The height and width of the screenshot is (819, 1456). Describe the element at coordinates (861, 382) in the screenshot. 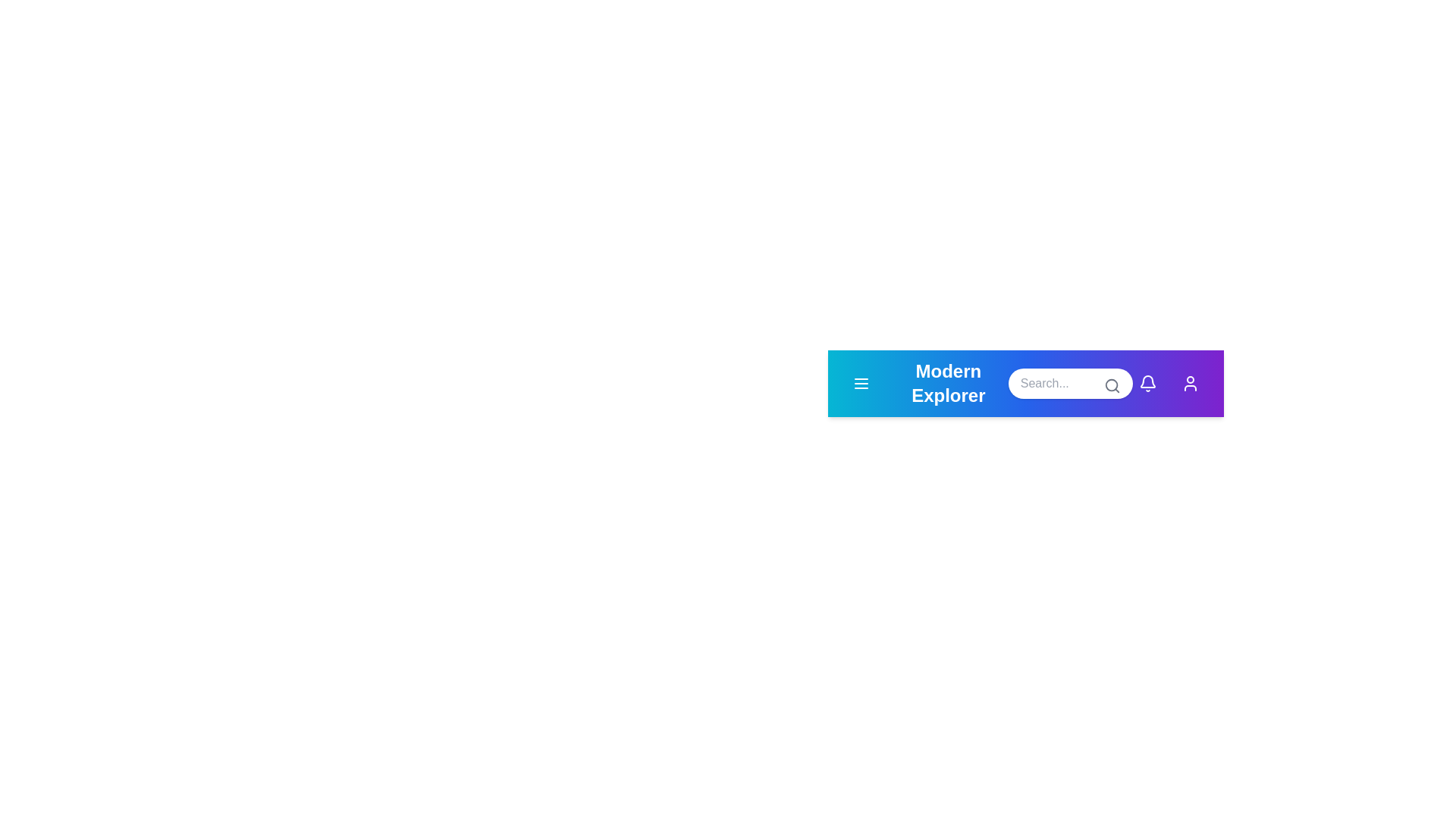

I see `the menu icon to open the side menu or navigation` at that location.